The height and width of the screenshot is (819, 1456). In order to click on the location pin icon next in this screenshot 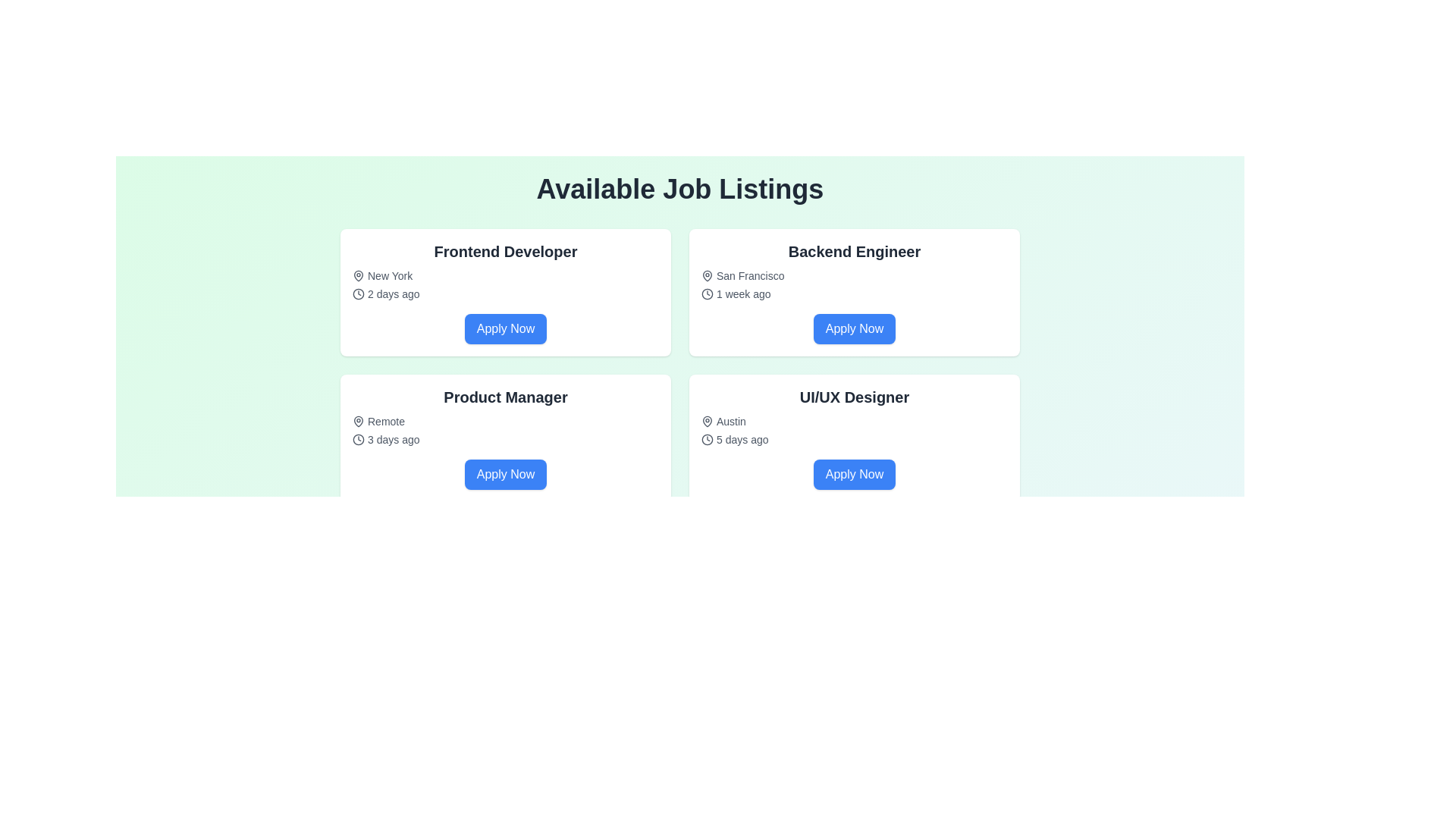, I will do `click(706, 275)`.